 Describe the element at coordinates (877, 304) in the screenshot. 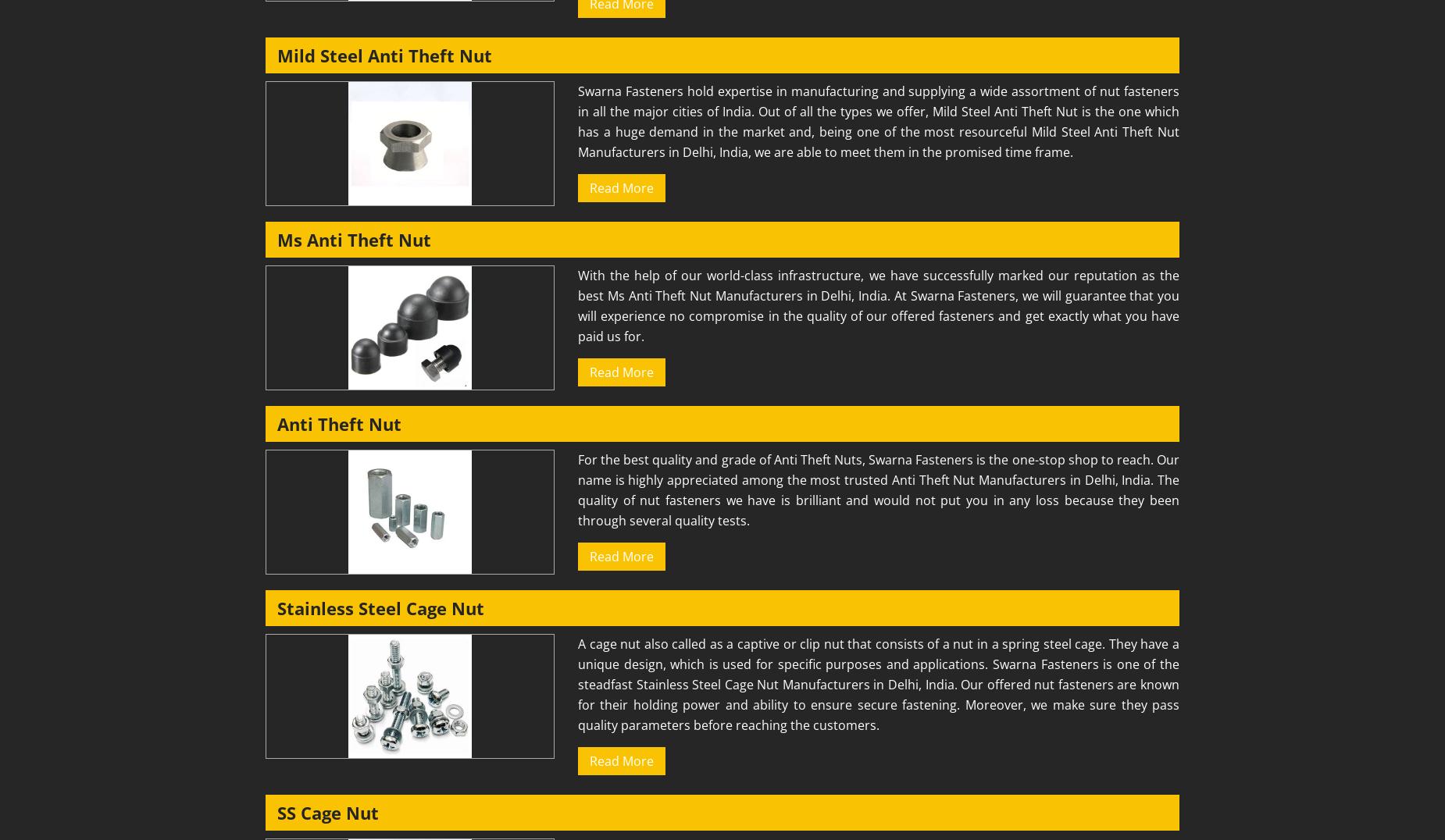

I see `'With the help of our world-class infrastructure, we have successfully marked our reputation as the best Ms Anti Theft Nut Manufacturers in Delhi, India. At Swarna Fasteners, we will guarantee that you will experience no compromise in the quality of our offered fasteners and get exactly what you have paid us for.'` at that location.